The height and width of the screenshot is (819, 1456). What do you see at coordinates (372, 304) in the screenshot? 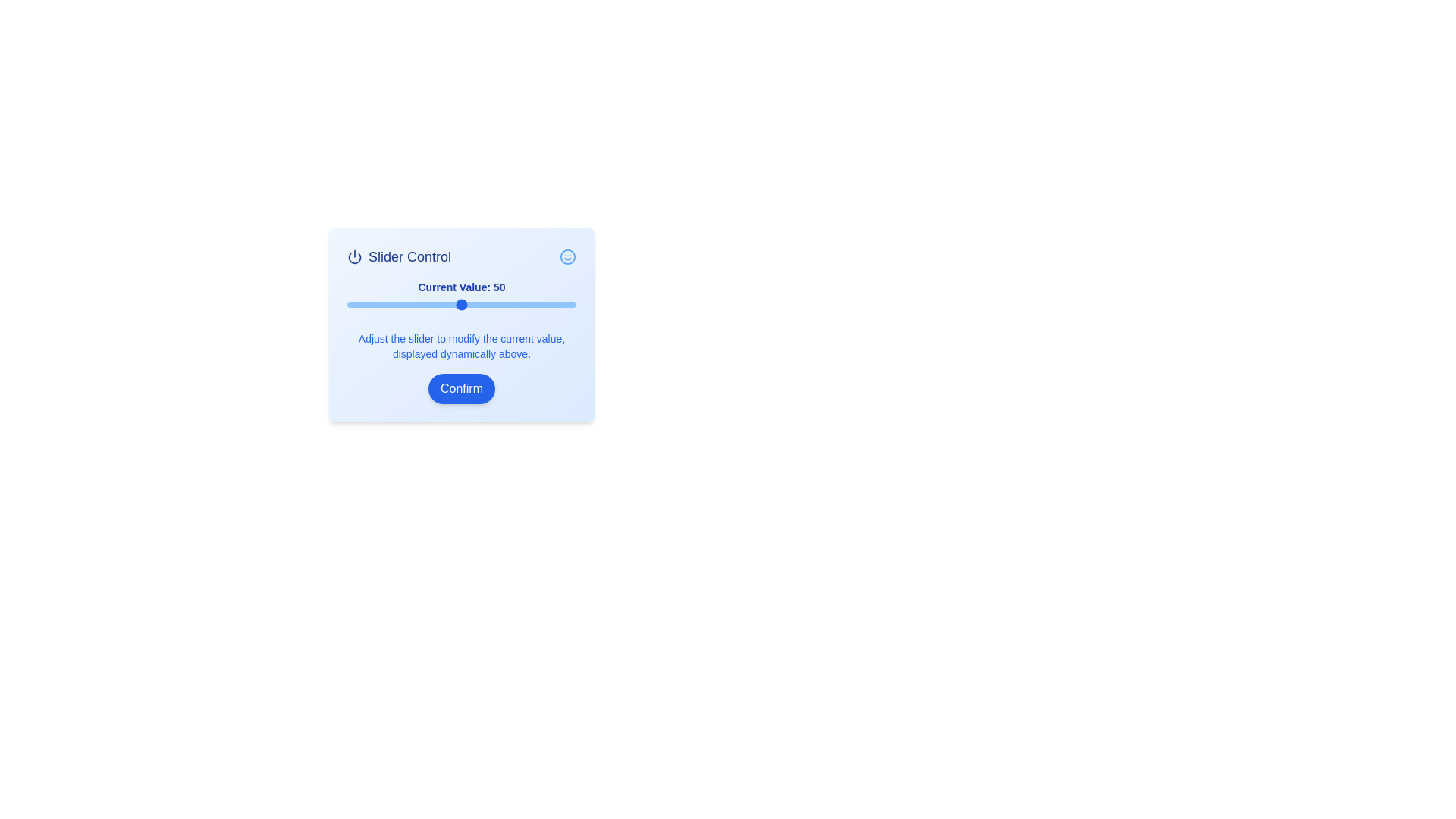
I see `the slider value` at bounding box center [372, 304].